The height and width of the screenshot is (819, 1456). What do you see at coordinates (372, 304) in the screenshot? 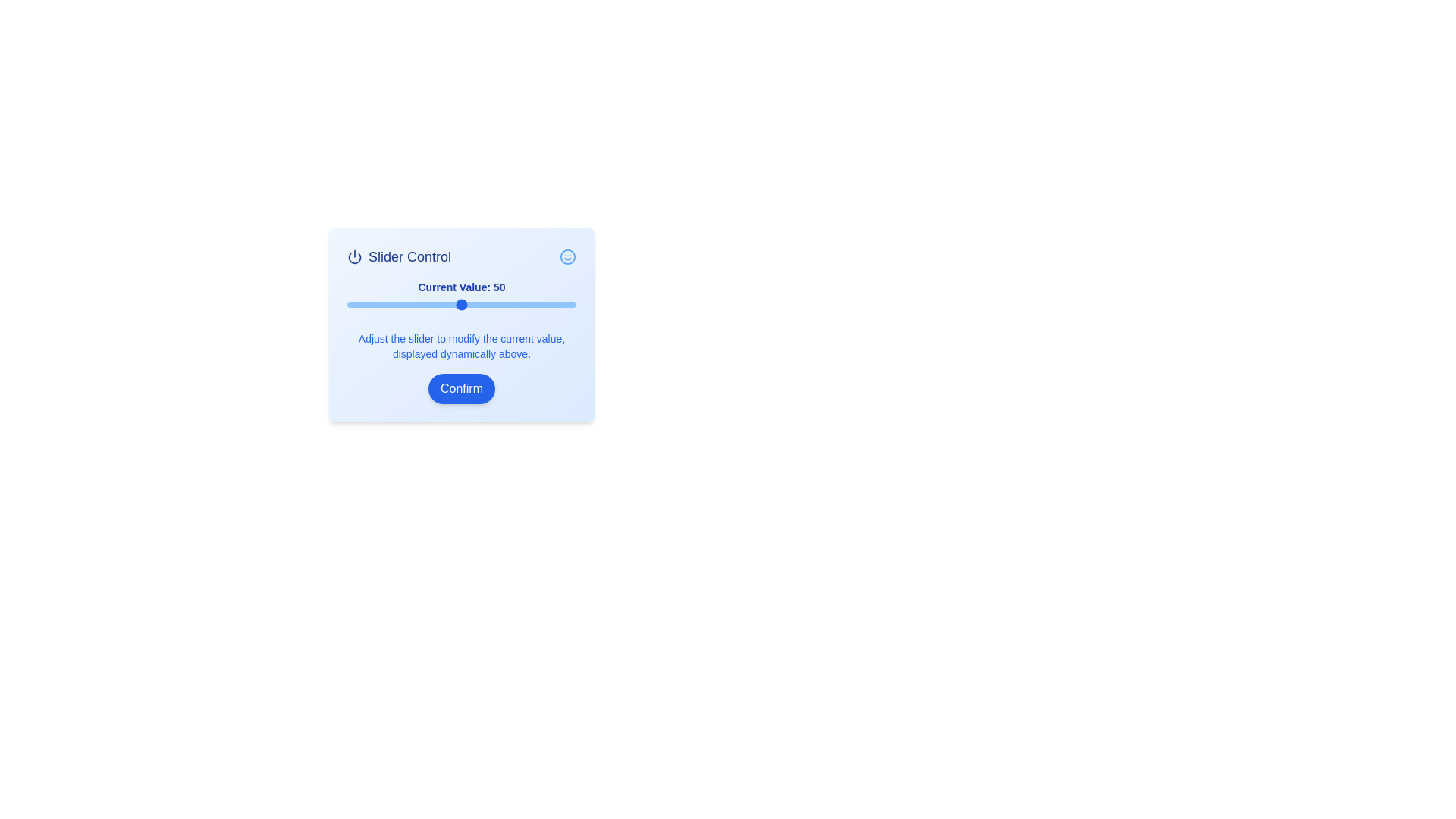
I see `the slider value` at bounding box center [372, 304].